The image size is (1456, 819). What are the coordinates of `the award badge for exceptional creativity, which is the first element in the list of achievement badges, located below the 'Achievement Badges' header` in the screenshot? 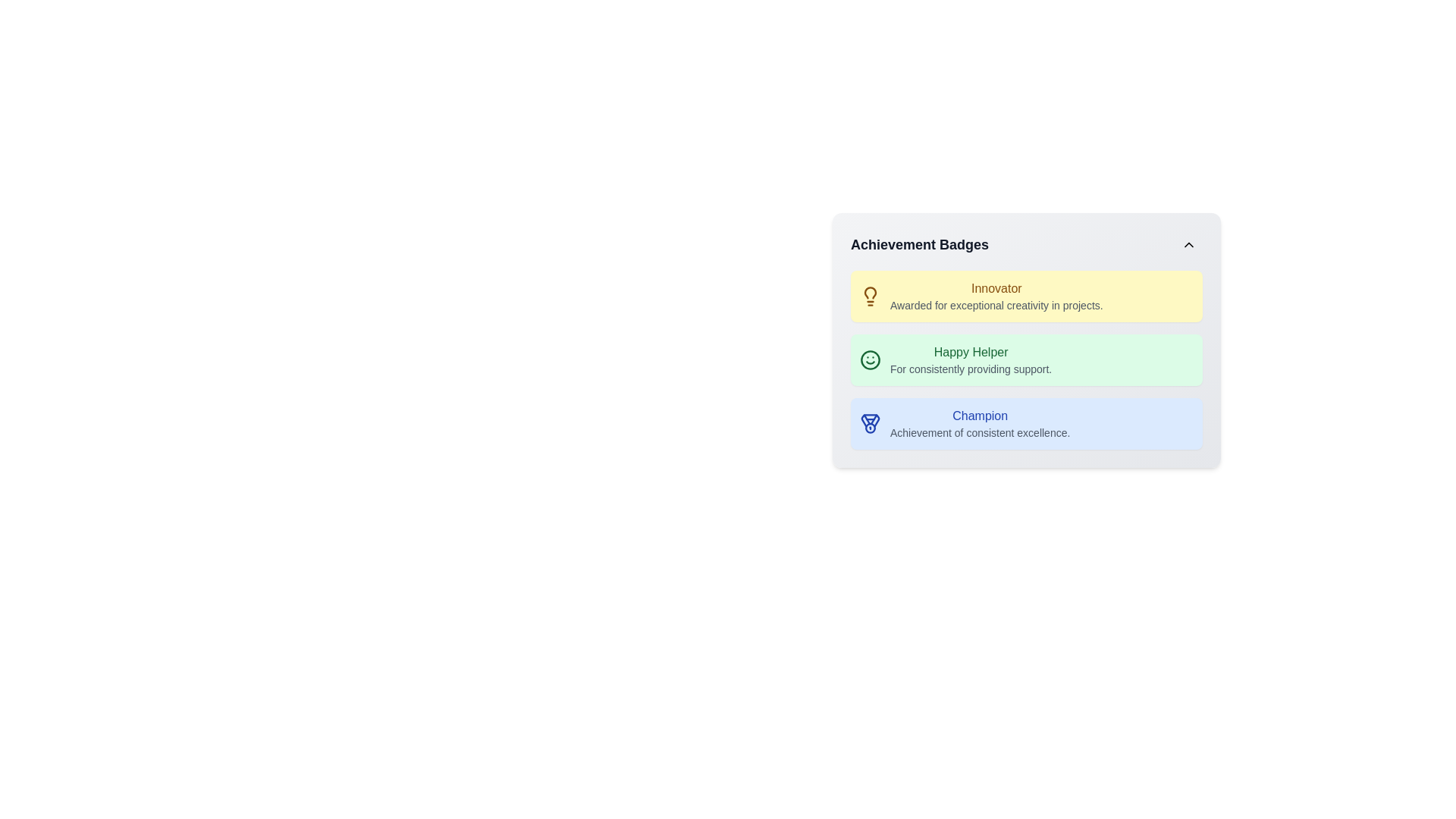 It's located at (1026, 296).